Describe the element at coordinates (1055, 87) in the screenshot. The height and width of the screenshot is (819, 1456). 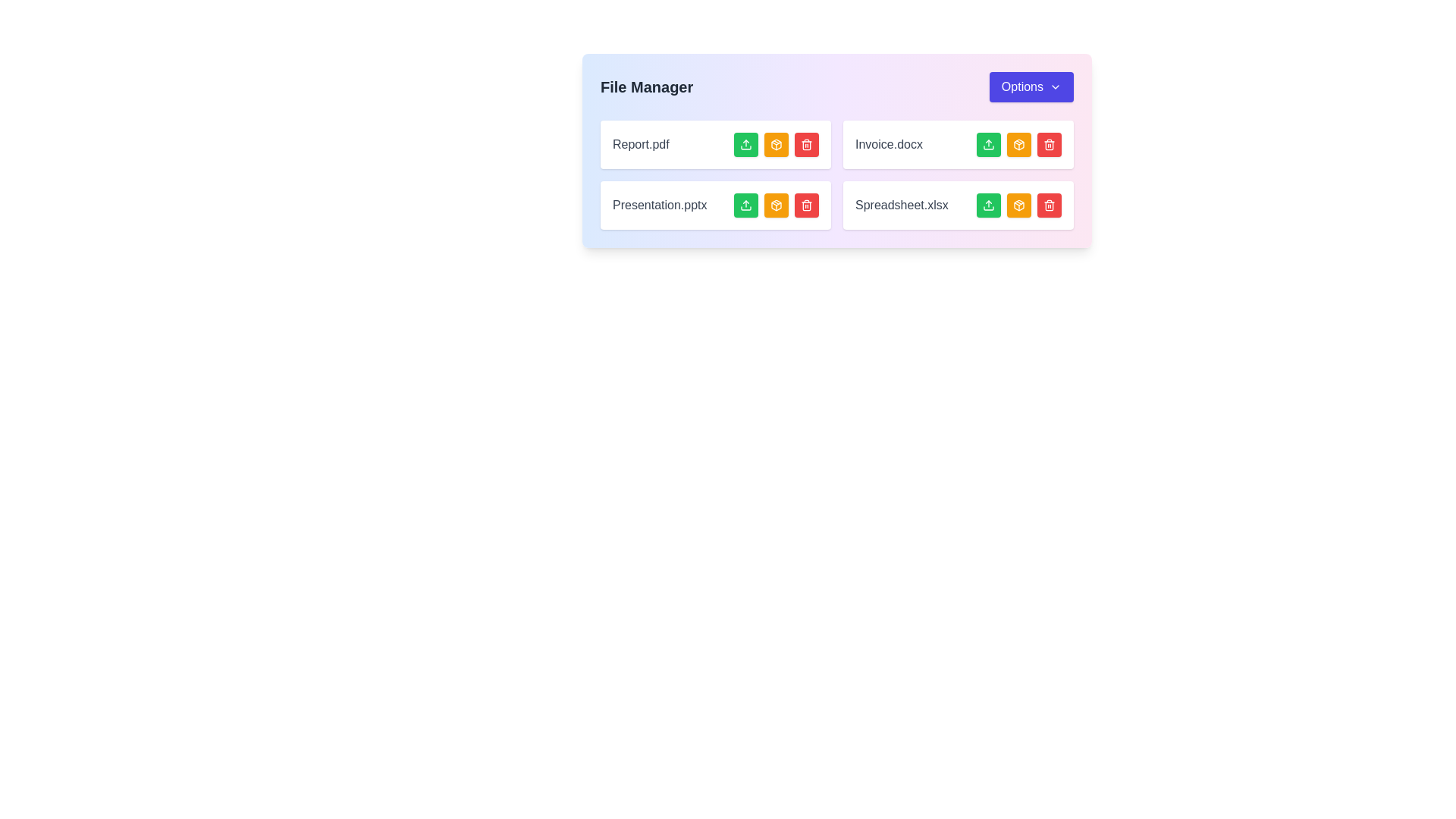
I see `the downward-pointing chevron icon located at the right-hand side of the 'Options' button` at that location.